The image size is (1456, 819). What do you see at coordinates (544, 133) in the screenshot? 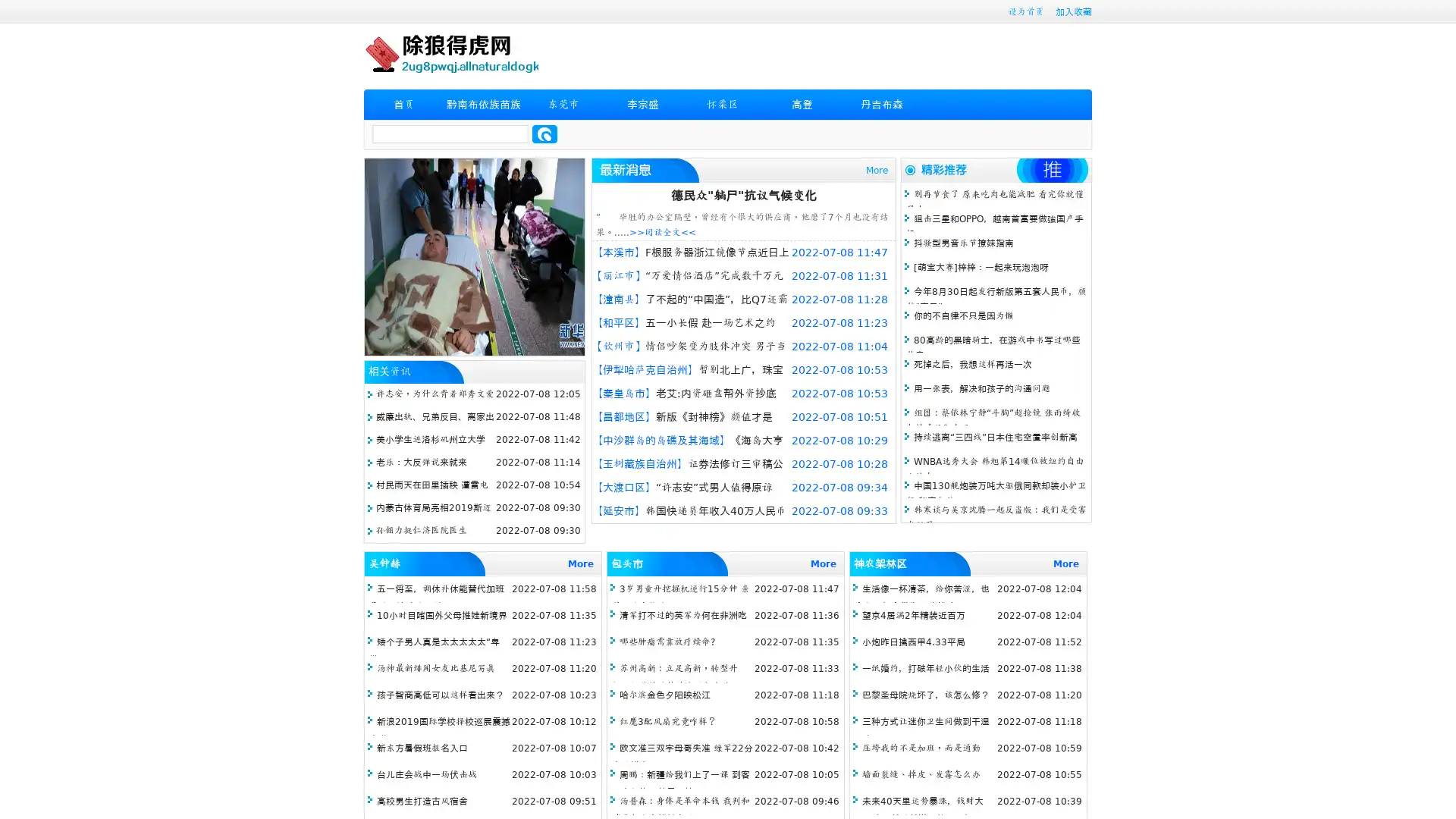
I see `Search` at bounding box center [544, 133].